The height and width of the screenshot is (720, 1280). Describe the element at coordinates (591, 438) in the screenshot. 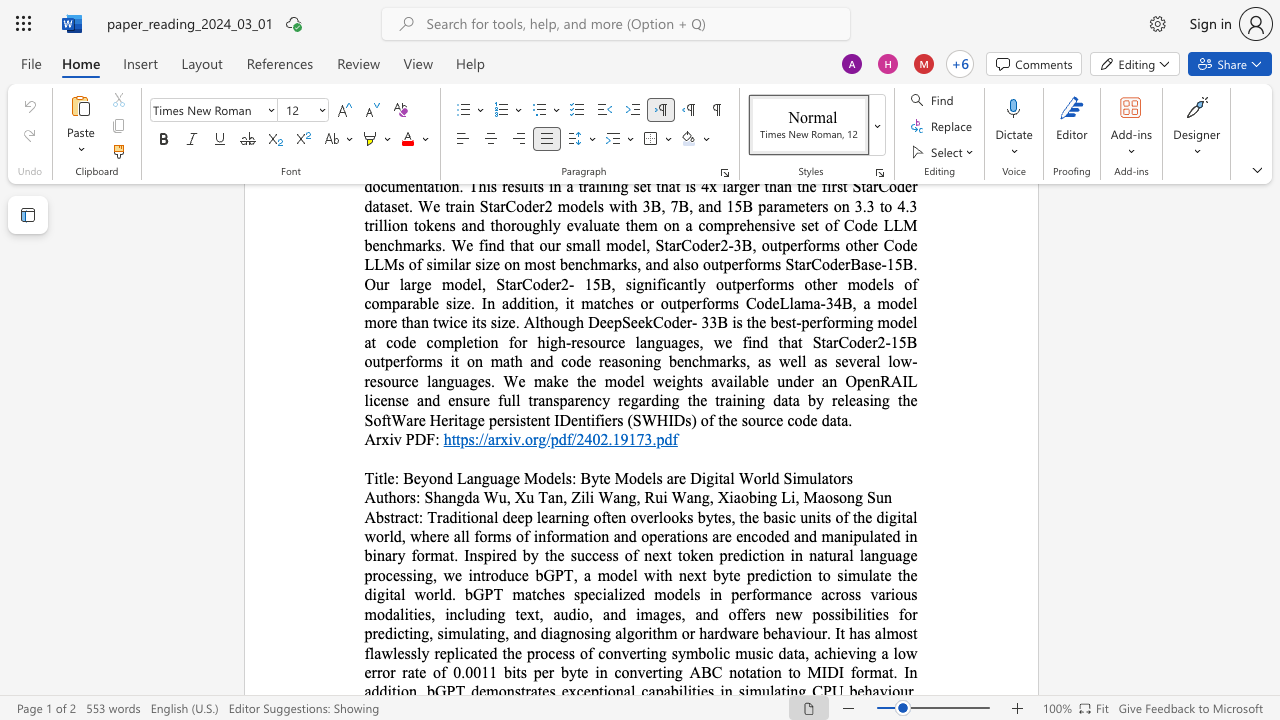

I see `the space between the continuous character "4" and "0" in the text` at that location.